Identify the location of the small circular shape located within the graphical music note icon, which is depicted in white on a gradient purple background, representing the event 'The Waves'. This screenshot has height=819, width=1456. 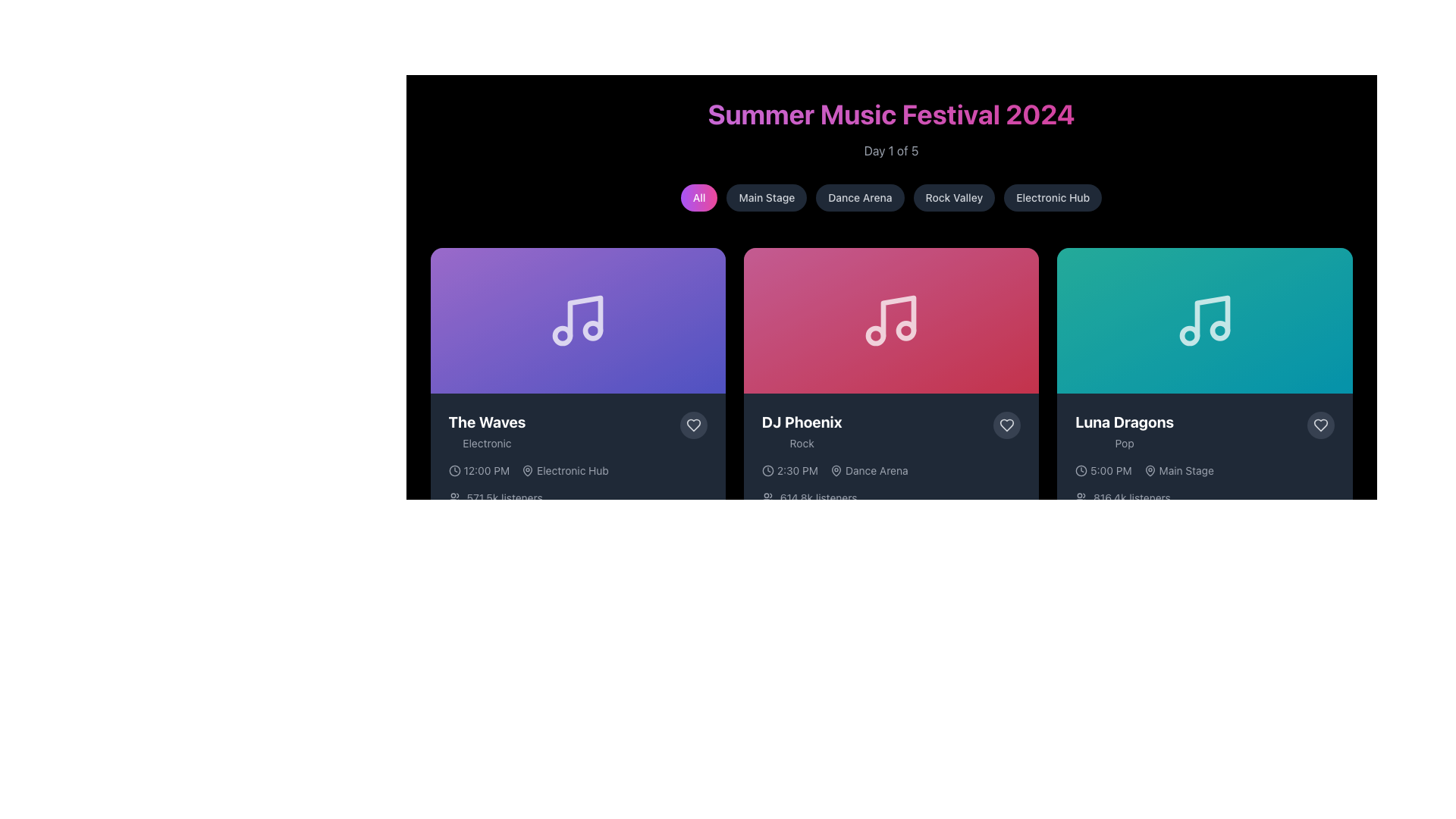
(592, 330).